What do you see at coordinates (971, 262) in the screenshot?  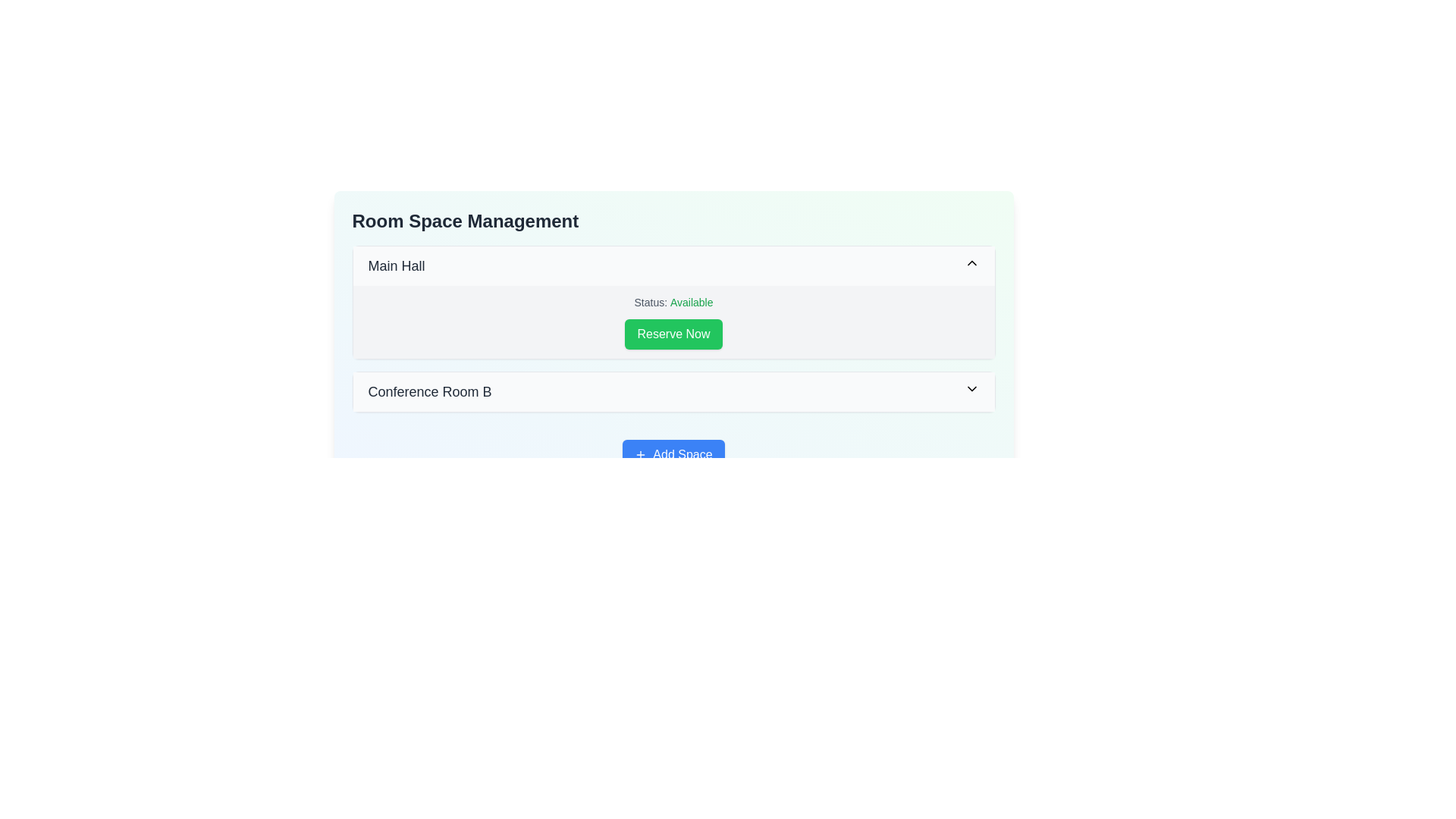 I see `the downward-facing chevron icon located to the far right of the 'Main Hall' text` at bounding box center [971, 262].